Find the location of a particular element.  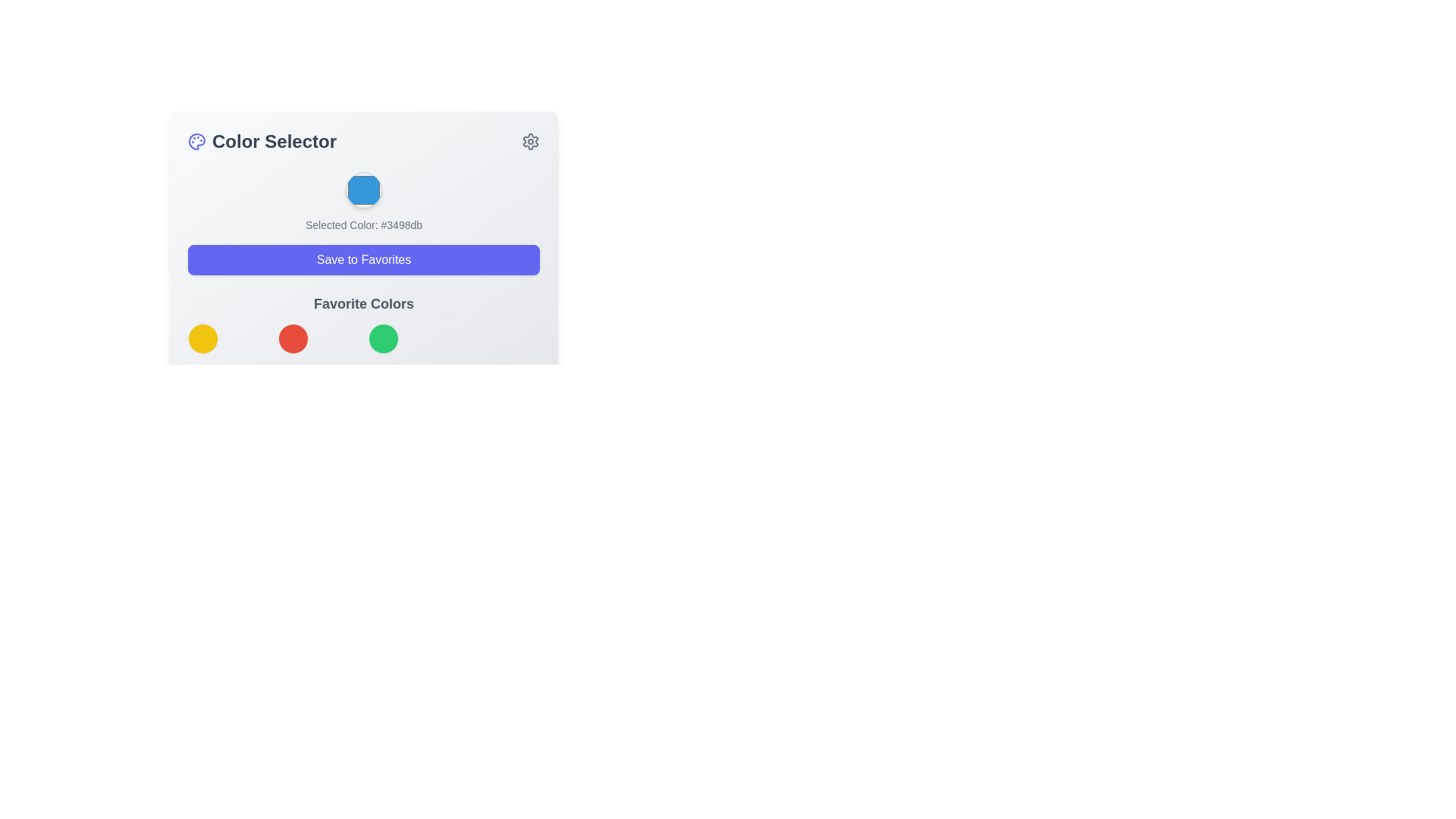

the color palette icon located at the leftmost side of the header area within the 'Color Selector' section, adjacent to the text 'Color Selector' is located at coordinates (196, 141).